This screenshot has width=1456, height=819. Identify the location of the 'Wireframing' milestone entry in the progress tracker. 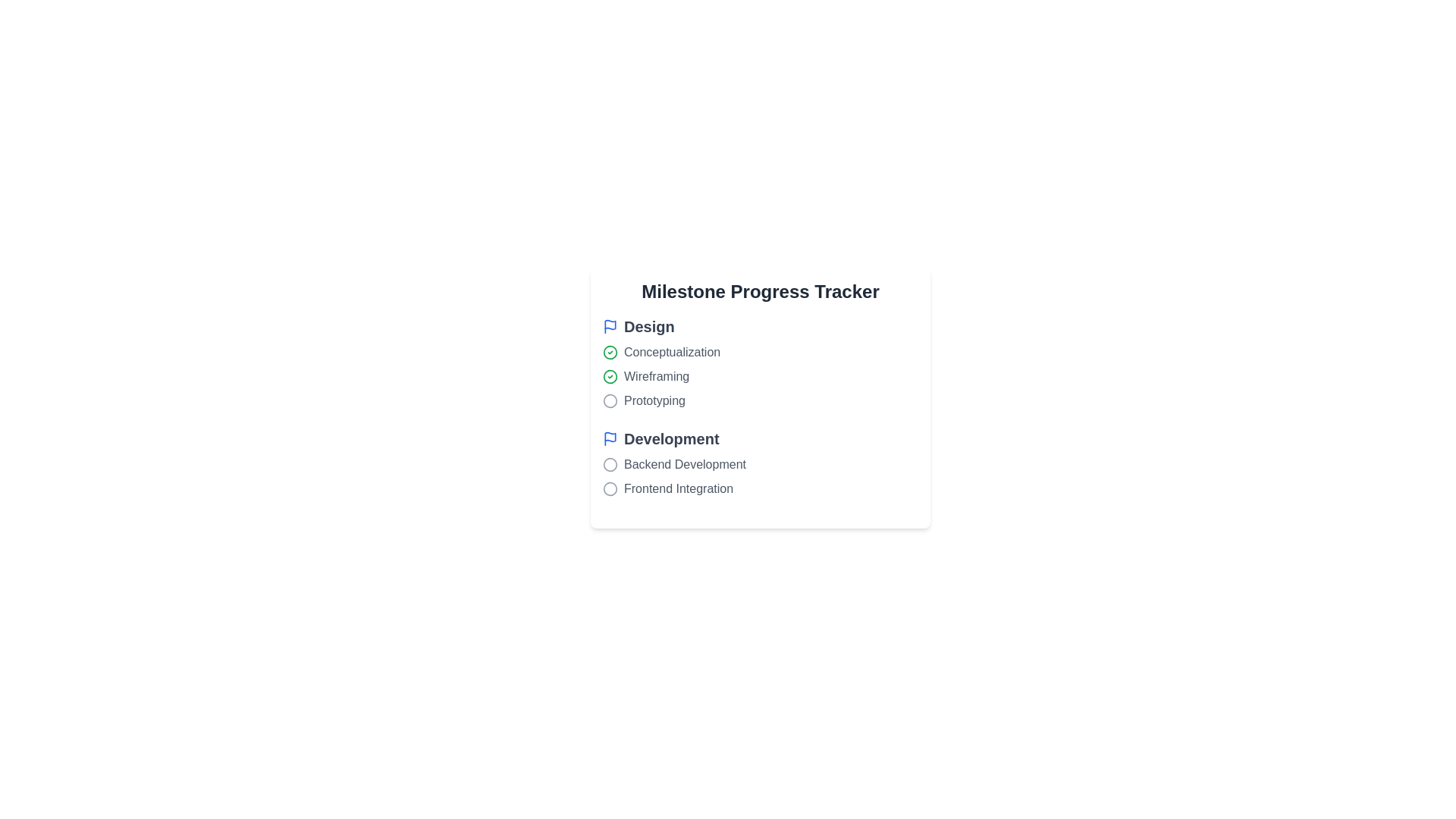
(761, 376).